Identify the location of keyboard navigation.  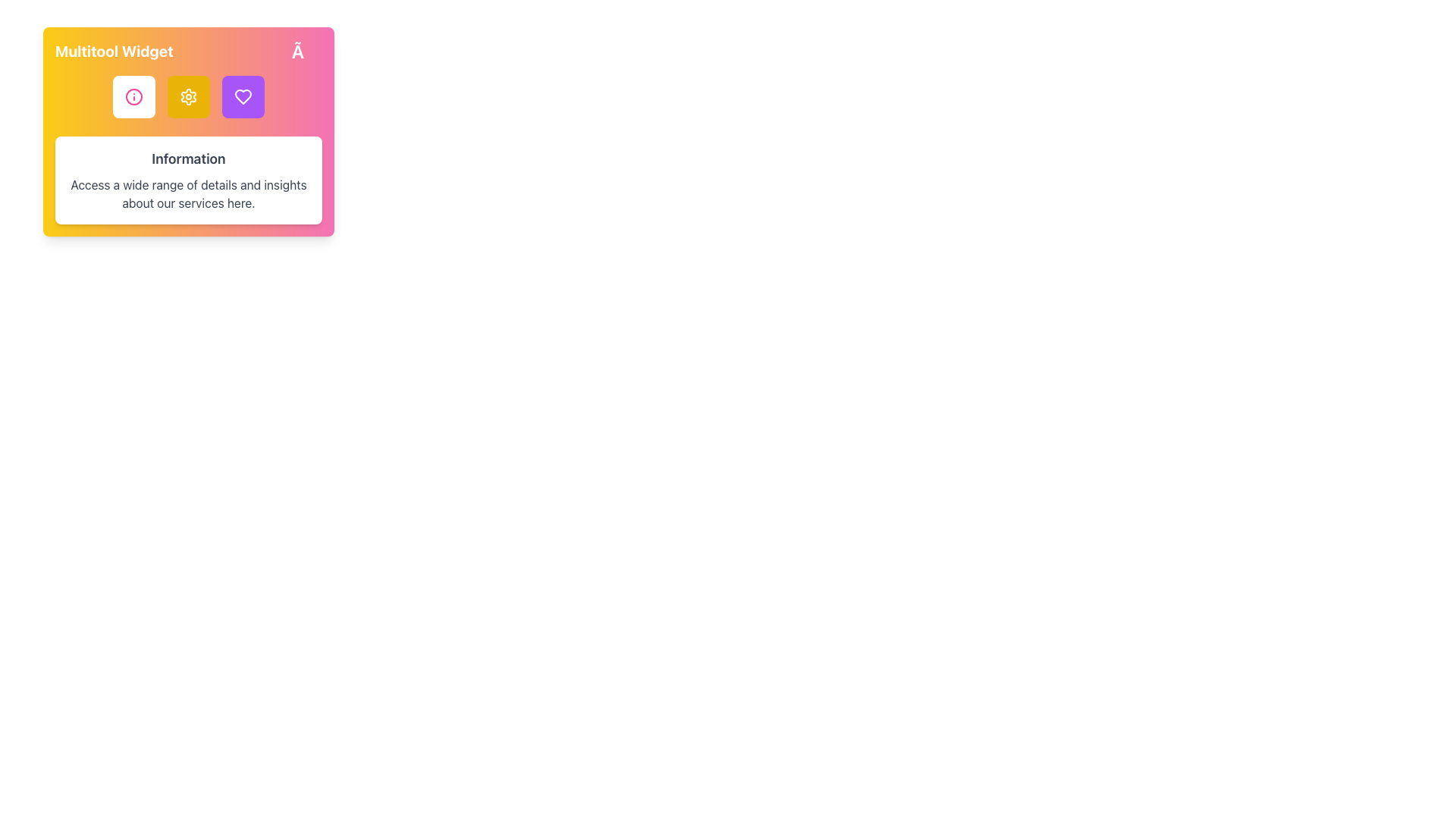
(243, 96).